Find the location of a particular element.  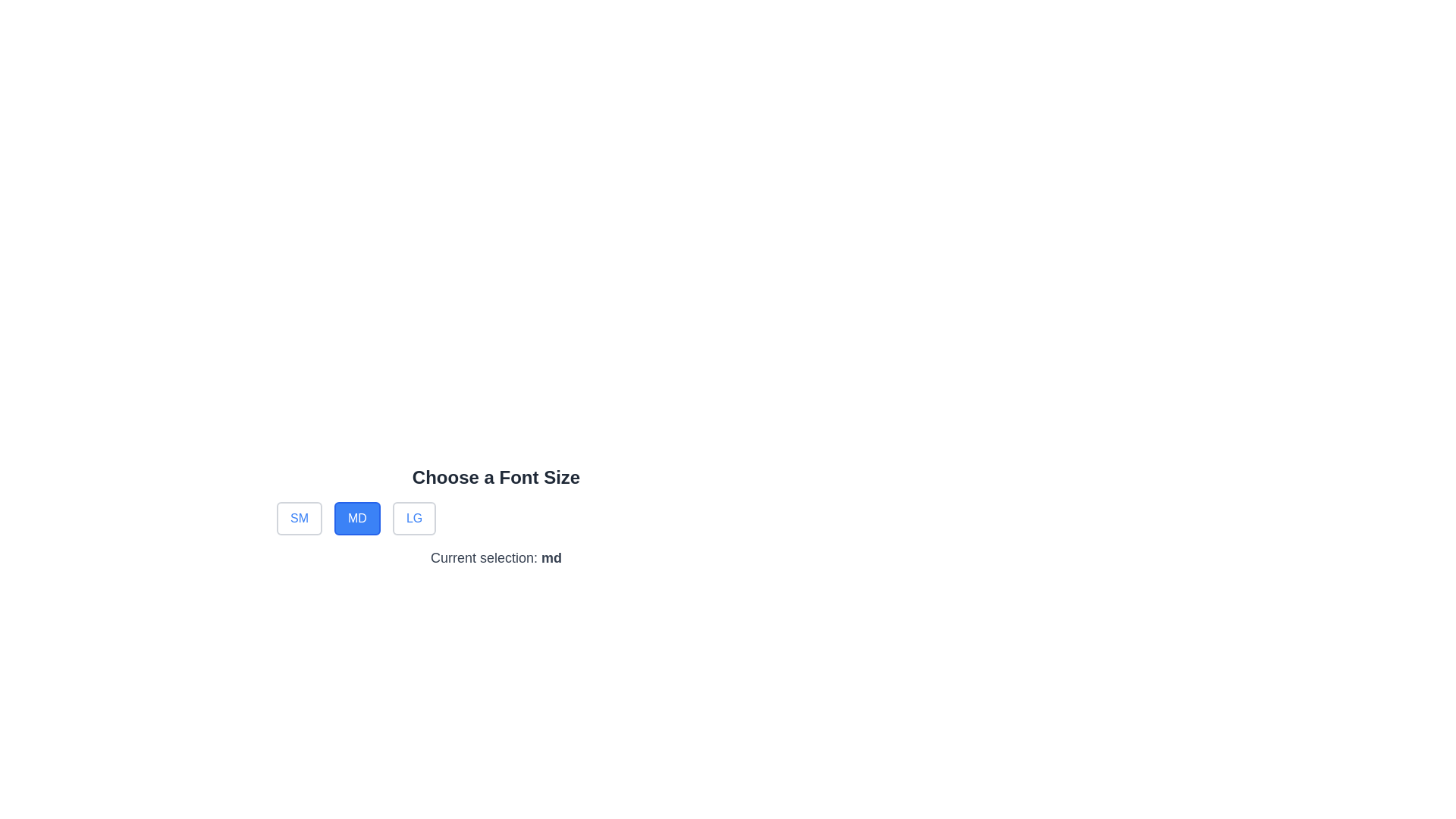

the Text Label indicating the current selection for the font size, which is located below the buttons 'SM', 'MD', 'LG' and beneath the heading 'Choose a Font Size' is located at coordinates (496, 558).